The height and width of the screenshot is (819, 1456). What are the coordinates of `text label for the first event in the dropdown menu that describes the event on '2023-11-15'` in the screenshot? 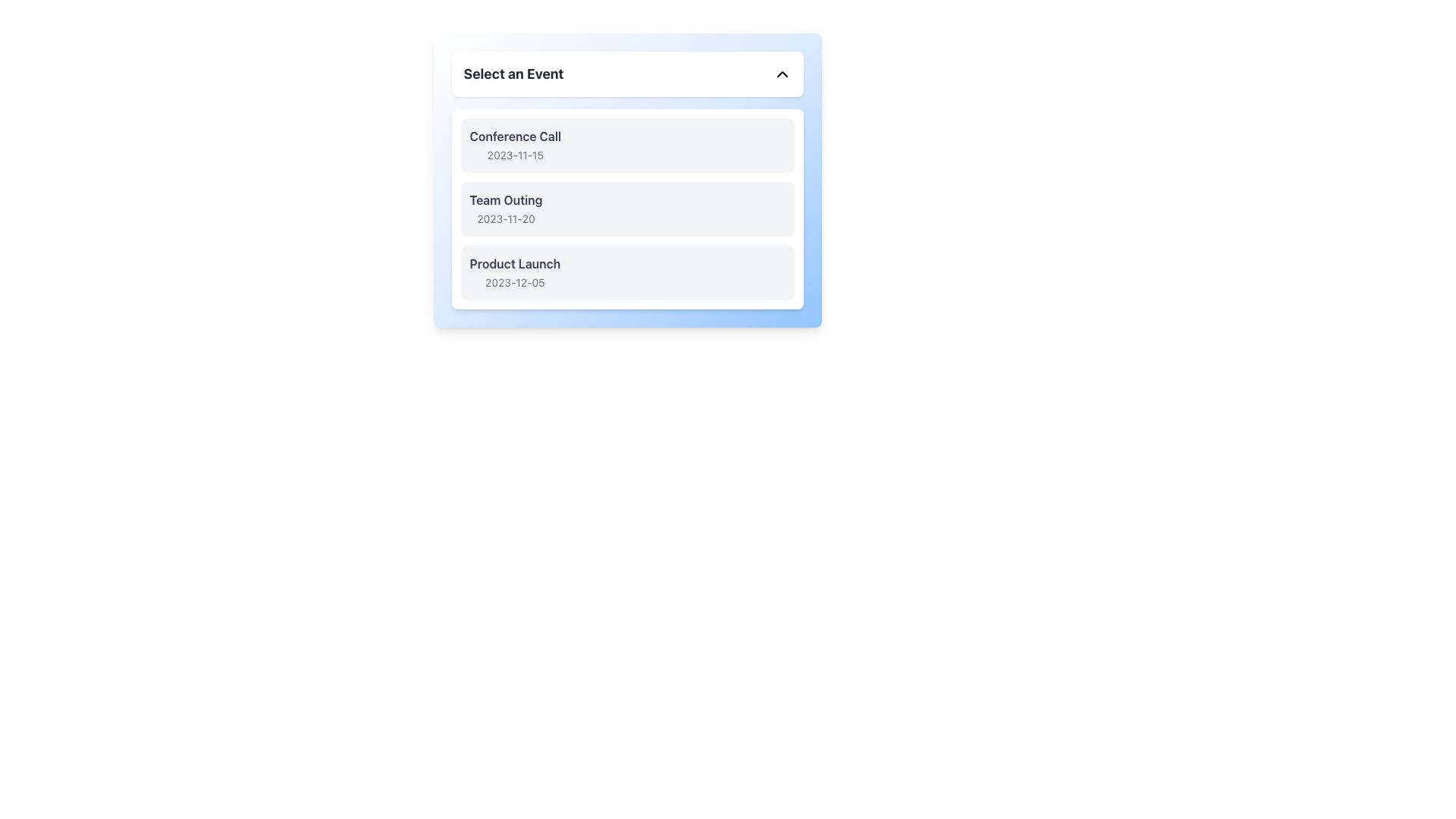 It's located at (515, 136).